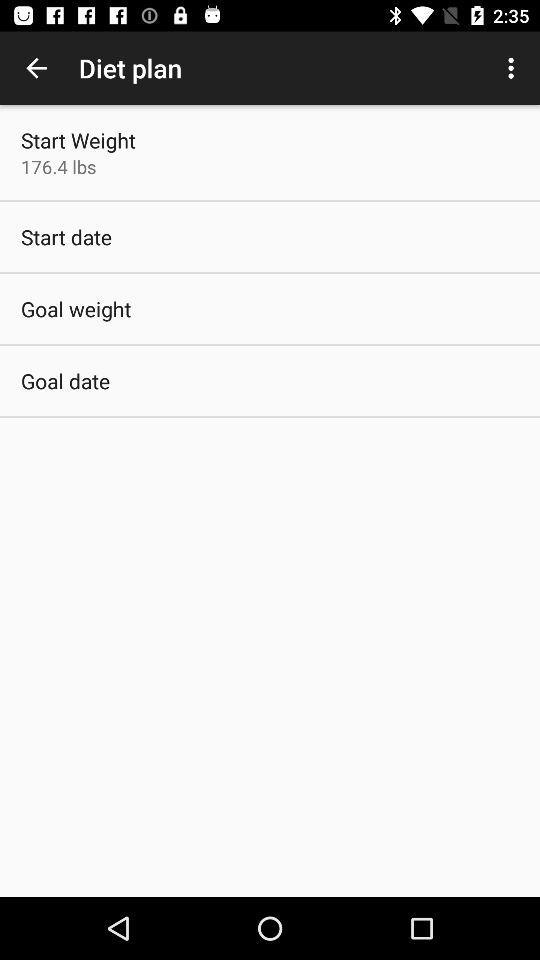 The width and height of the screenshot is (540, 960). What do you see at coordinates (75, 309) in the screenshot?
I see `item above goal date app` at bounding box center [75, 309].